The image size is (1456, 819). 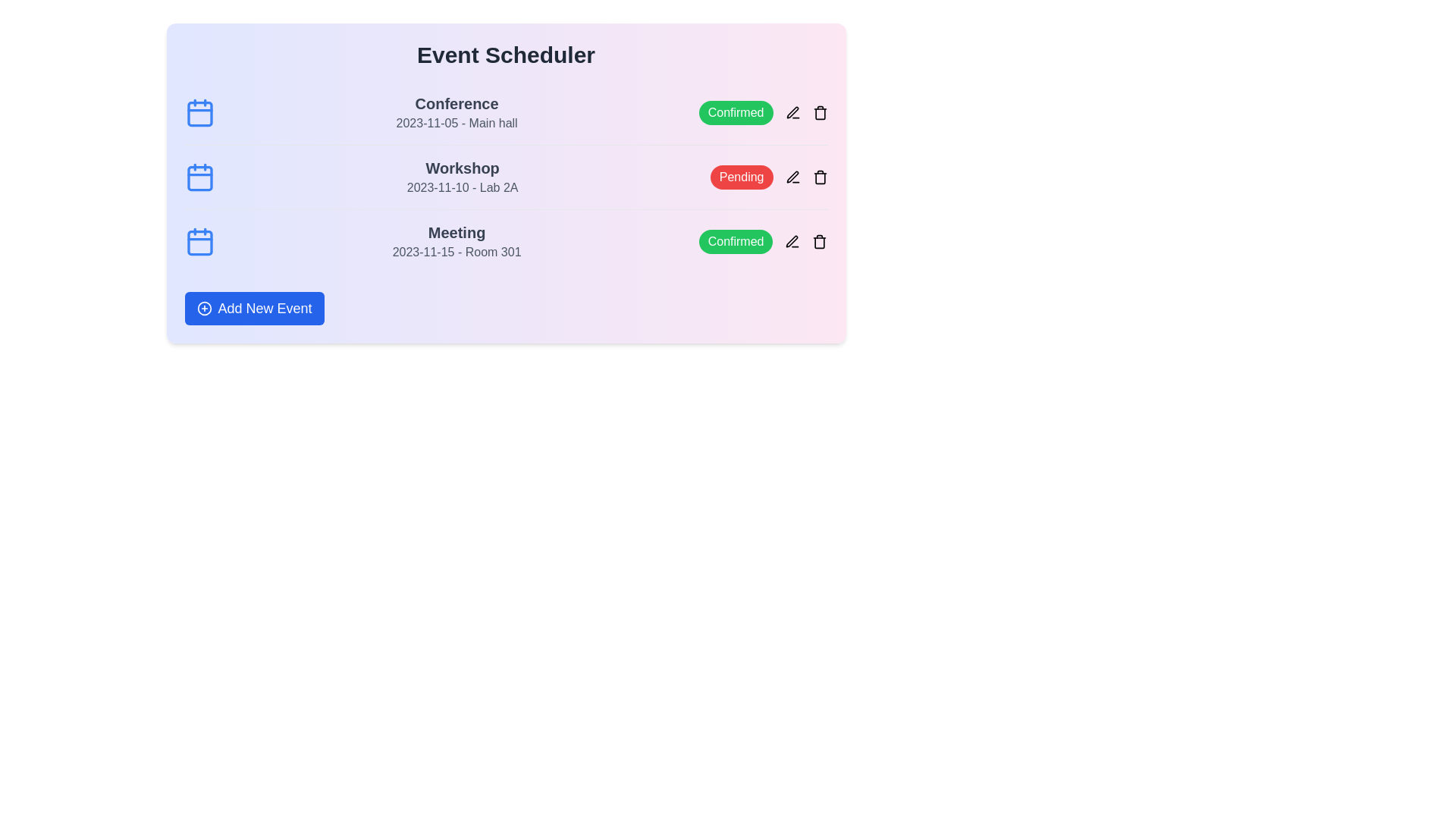 I want to click on the Status Label indicating the confirmed status of the 'Meeting' event located in the third row of the event list, so click(x=736, y=241).